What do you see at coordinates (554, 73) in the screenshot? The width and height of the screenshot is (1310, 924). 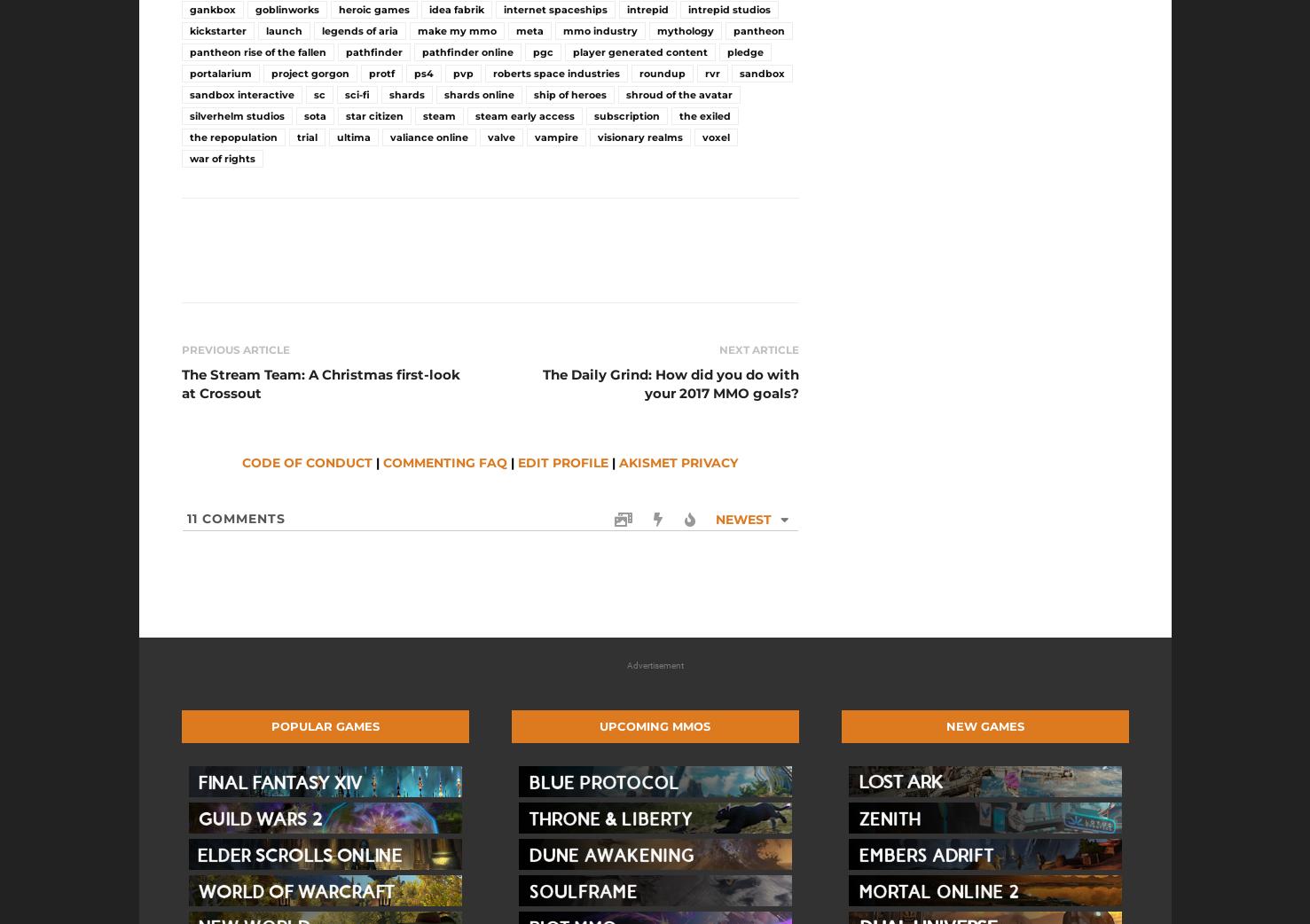 I see `'roberts space industries'` at bounding box center [554, 73].